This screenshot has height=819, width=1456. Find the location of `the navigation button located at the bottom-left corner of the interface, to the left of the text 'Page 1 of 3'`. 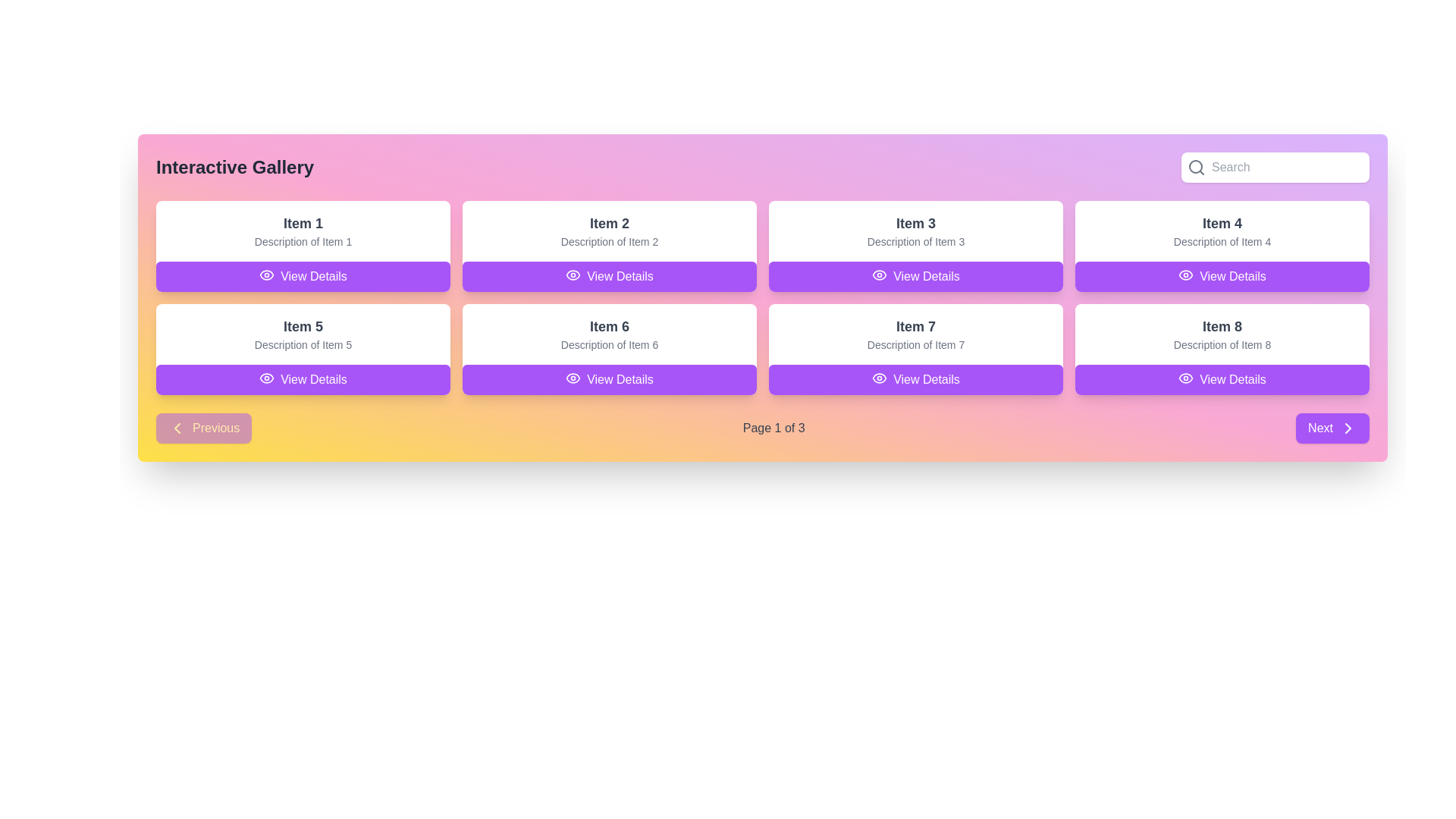

the navigation button located at the bottom-left corner of the interface, to the left of the text 'Page 1 of 3' is located at coordinates (203, 428).